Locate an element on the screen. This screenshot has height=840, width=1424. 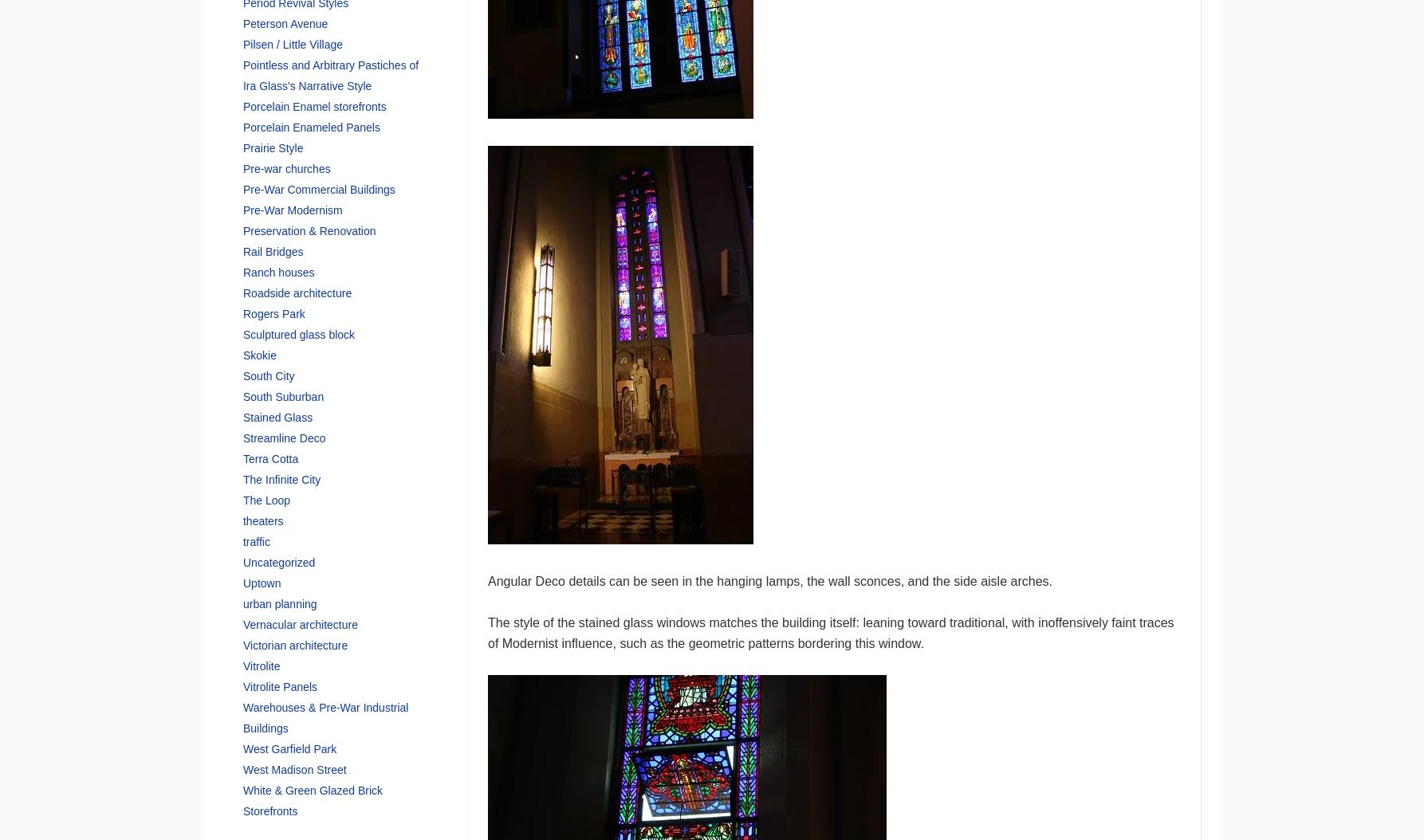
'urban planning' is located at coordinates (242, 603).